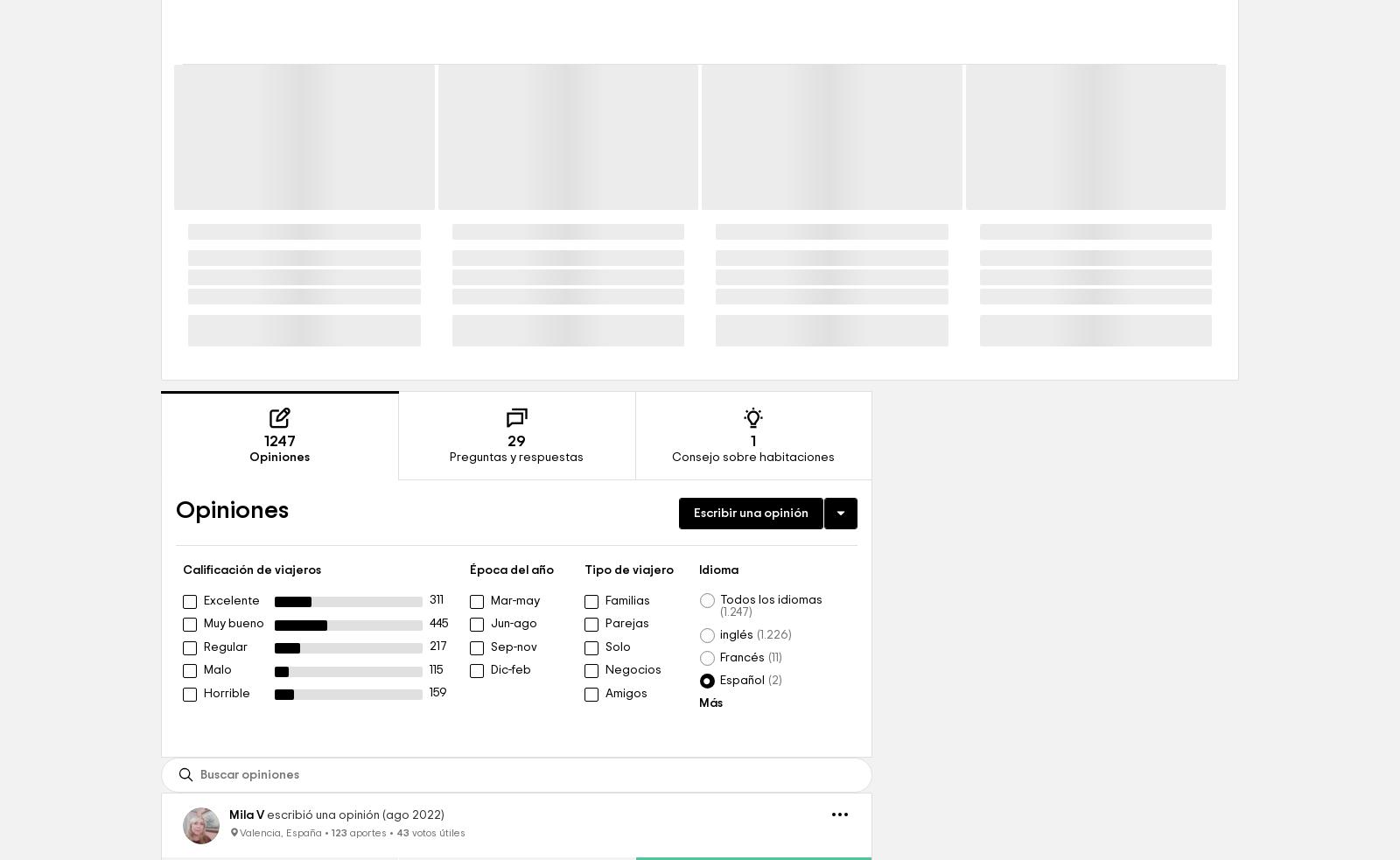 The width and height of the screenshot is (1400, 860). I want to click on 'Ver todos los hoteles cercanos', so click(270, 94).